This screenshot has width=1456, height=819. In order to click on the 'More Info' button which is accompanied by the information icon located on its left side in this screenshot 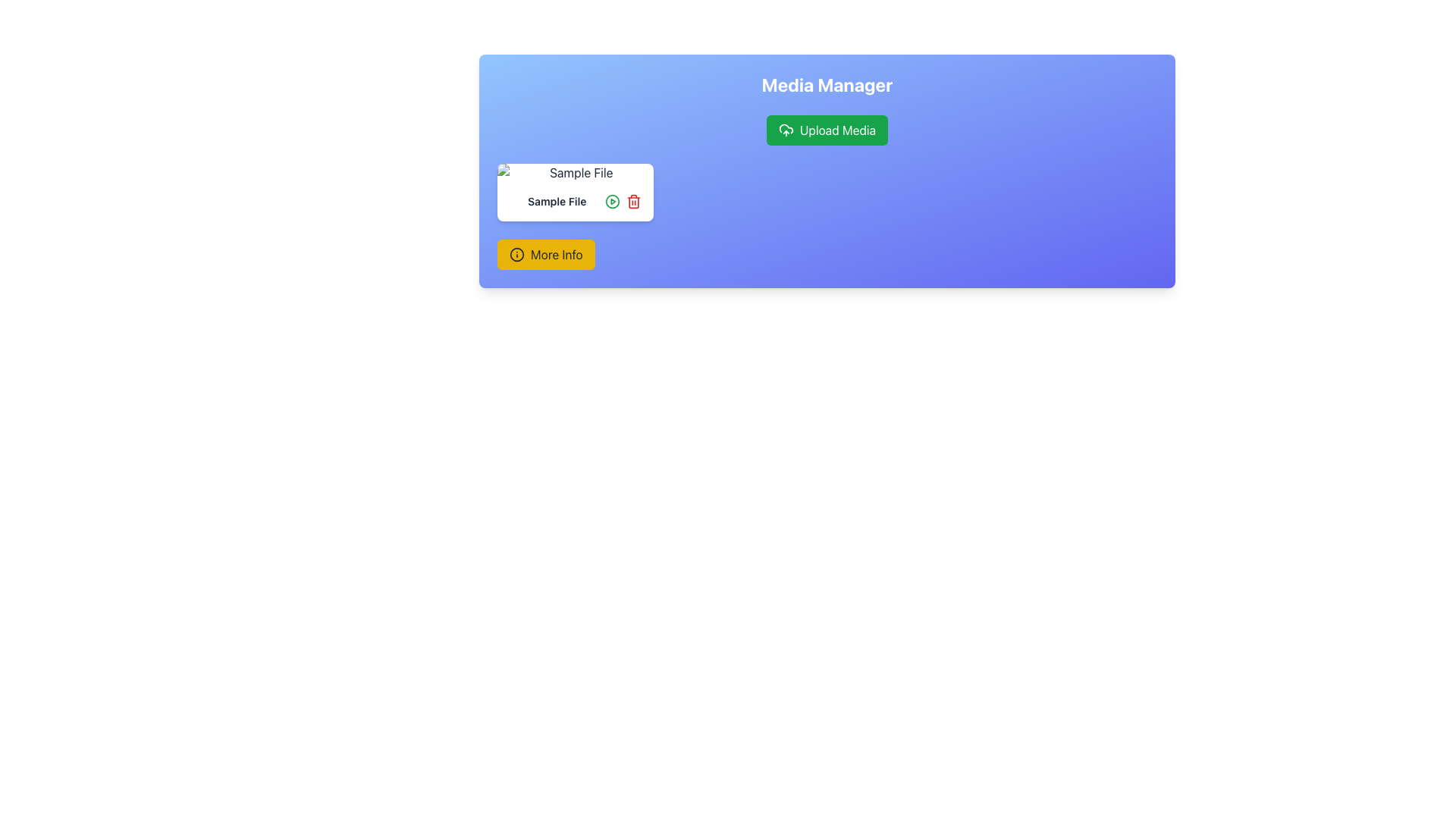, I will do `click(516, 253)`.